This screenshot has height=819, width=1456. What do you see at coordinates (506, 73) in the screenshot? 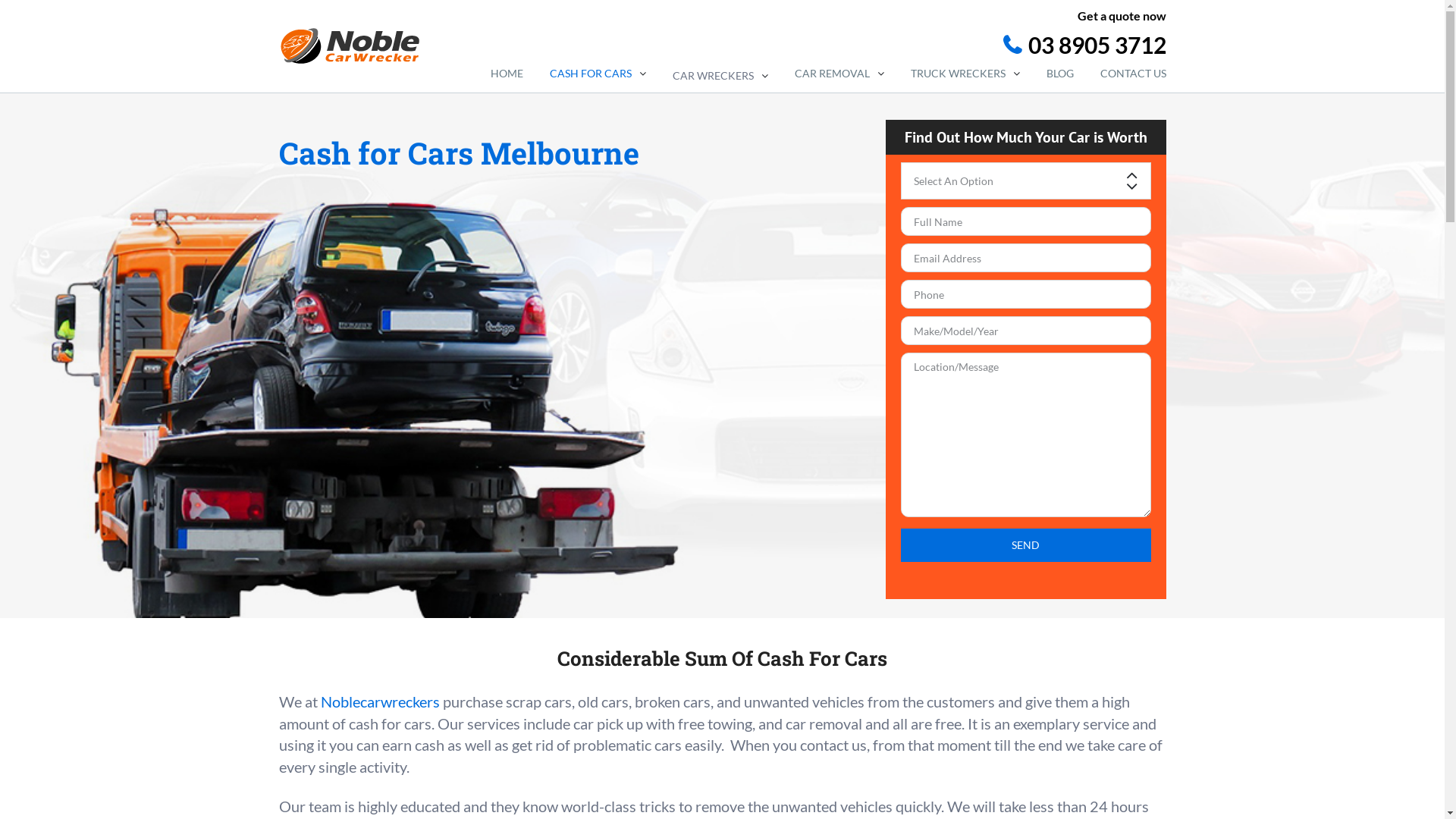
I see `'HOME'` at bounding box center [506, 73].